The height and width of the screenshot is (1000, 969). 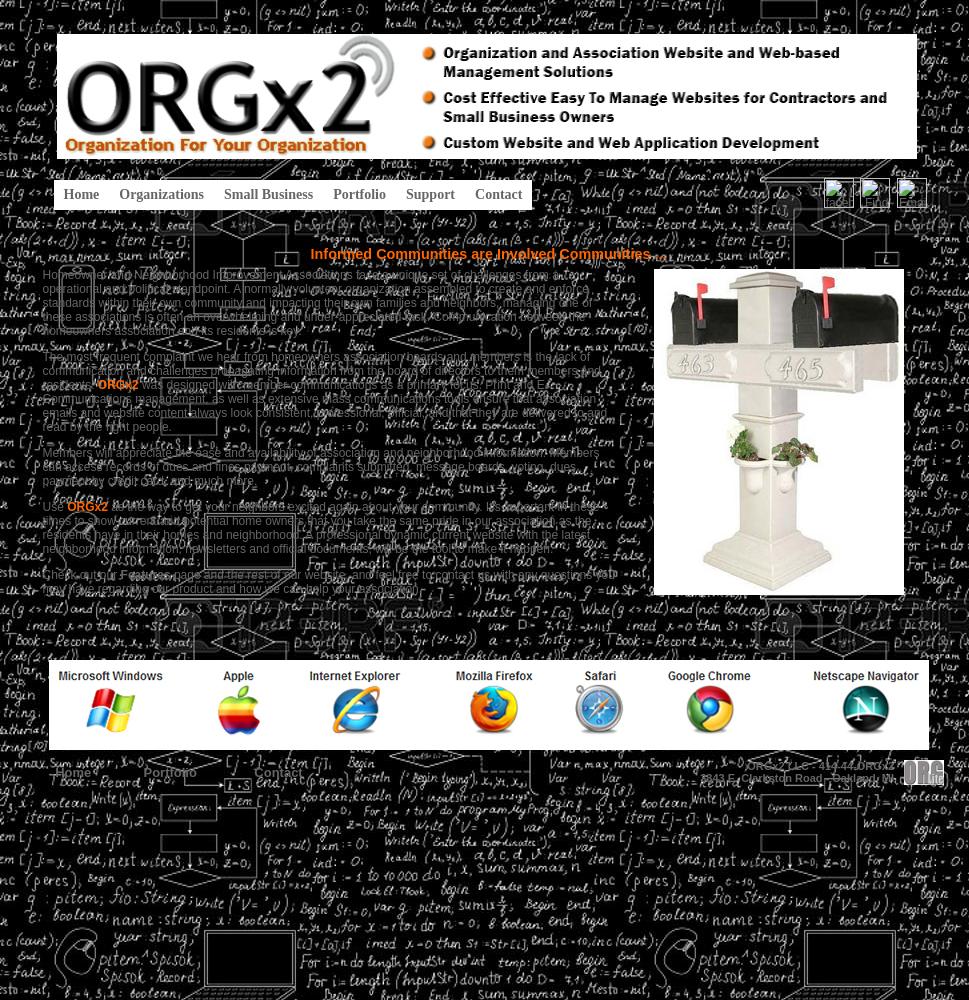 I want to click on 'Use', so click(x=53, y=507).